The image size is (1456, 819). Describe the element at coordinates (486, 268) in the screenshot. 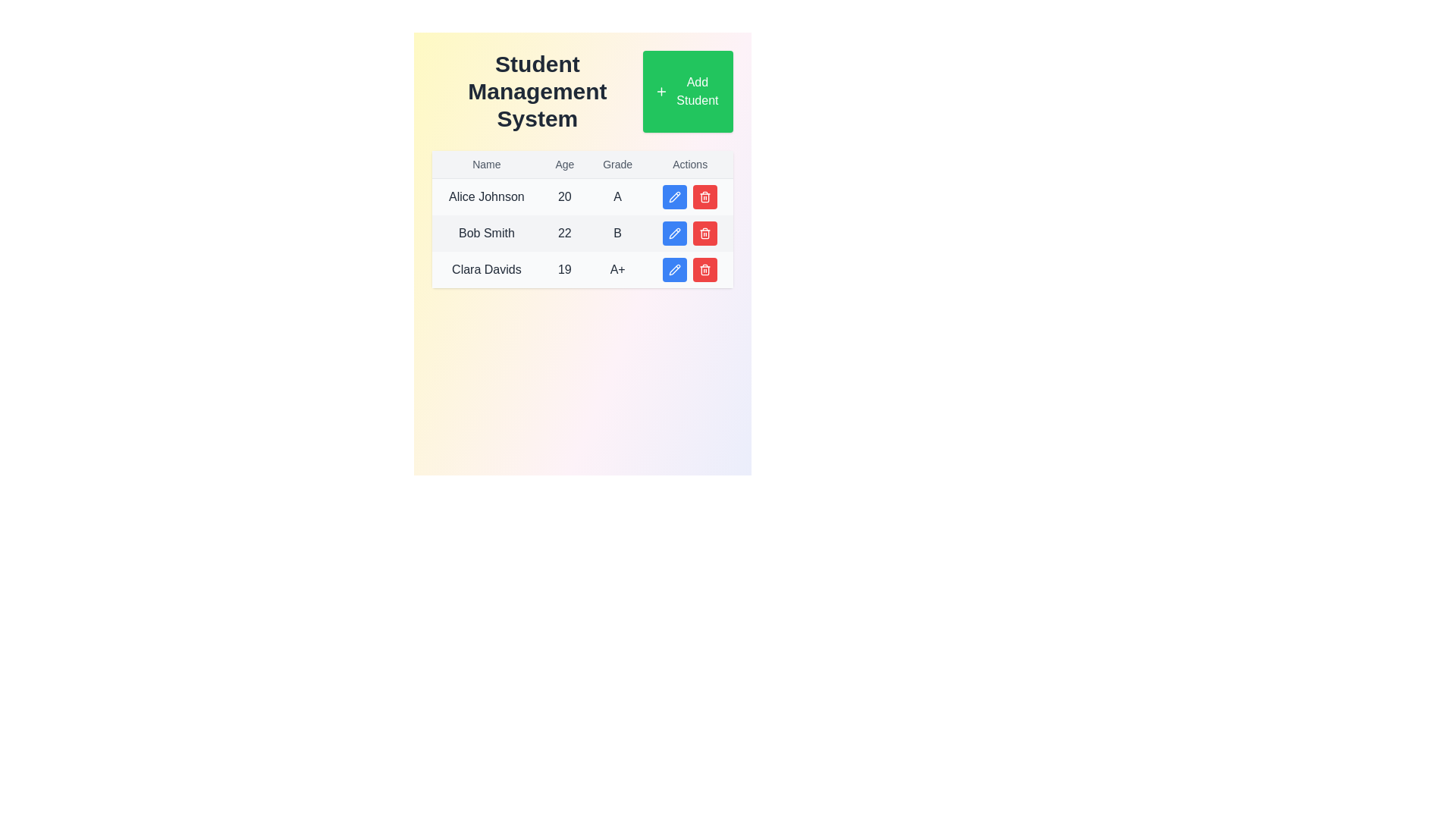

I see `the static text label displaying 'Clara Davids', which is the first cell in the third row of the tabular layout, aligned under the header 'Name'` at that location.